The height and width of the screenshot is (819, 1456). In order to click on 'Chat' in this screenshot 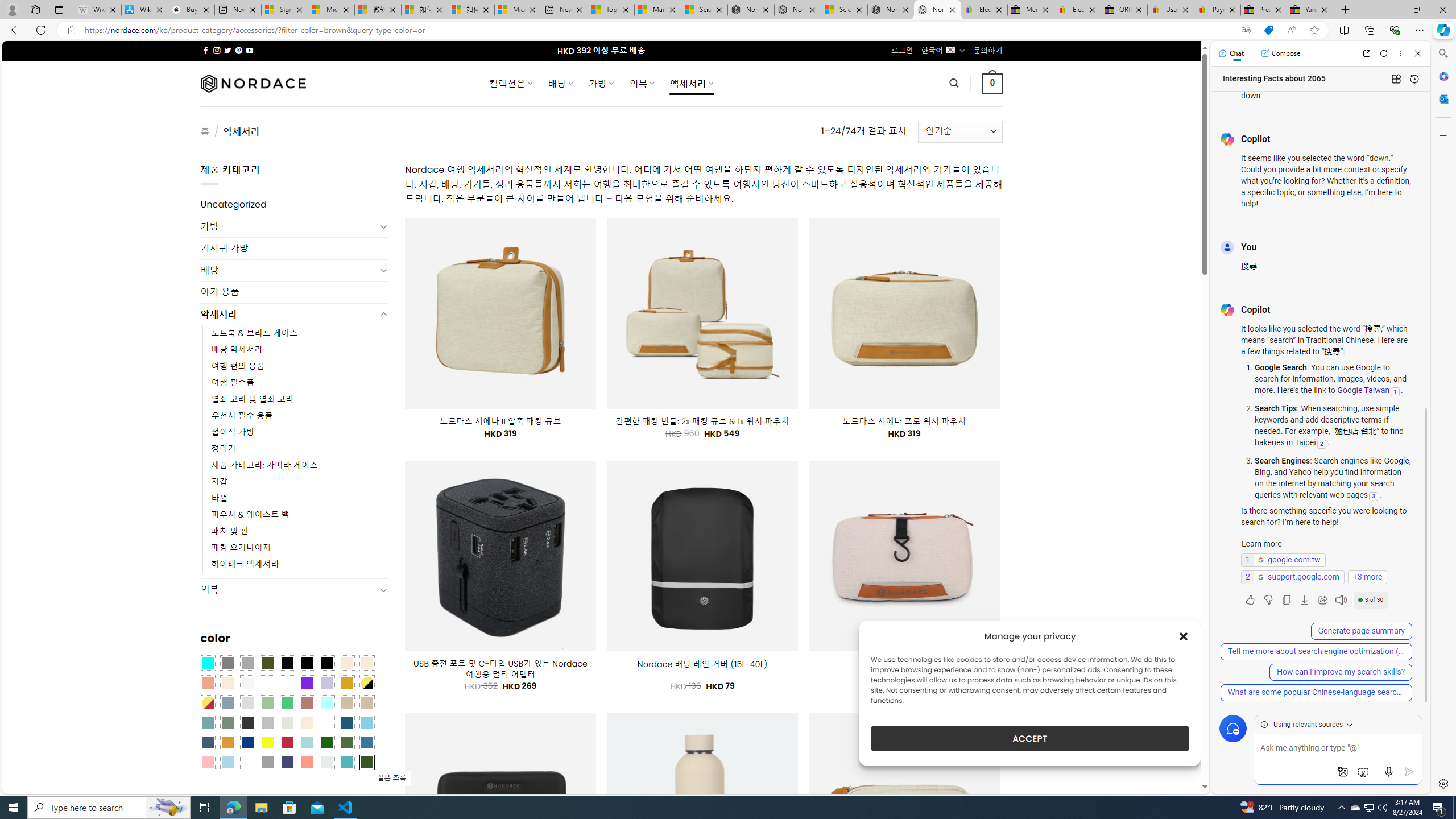, I will do `click(1231, 52)`.